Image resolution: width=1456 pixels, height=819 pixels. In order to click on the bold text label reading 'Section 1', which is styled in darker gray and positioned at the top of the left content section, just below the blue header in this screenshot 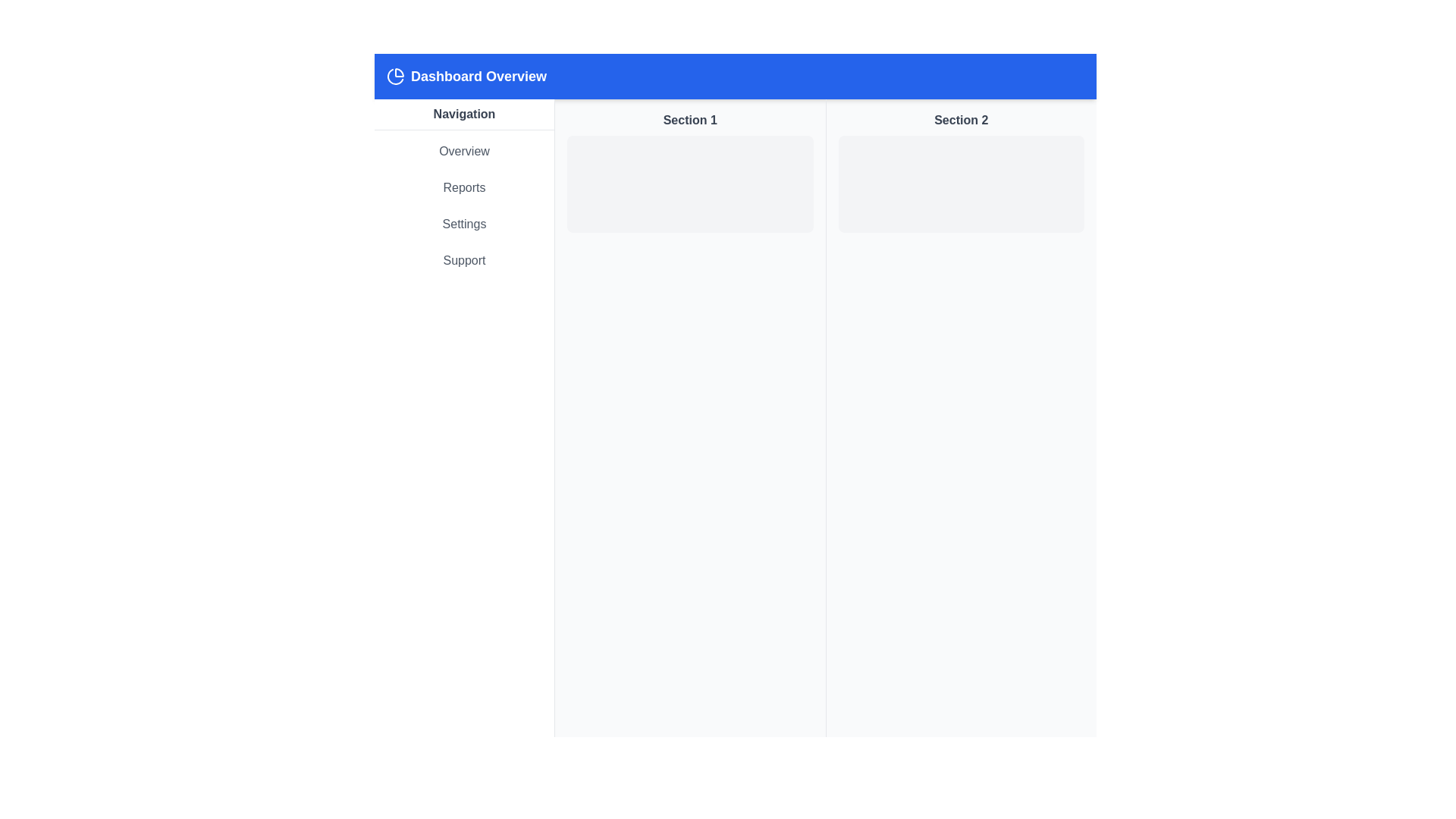, I will do `click(689, 119)`.